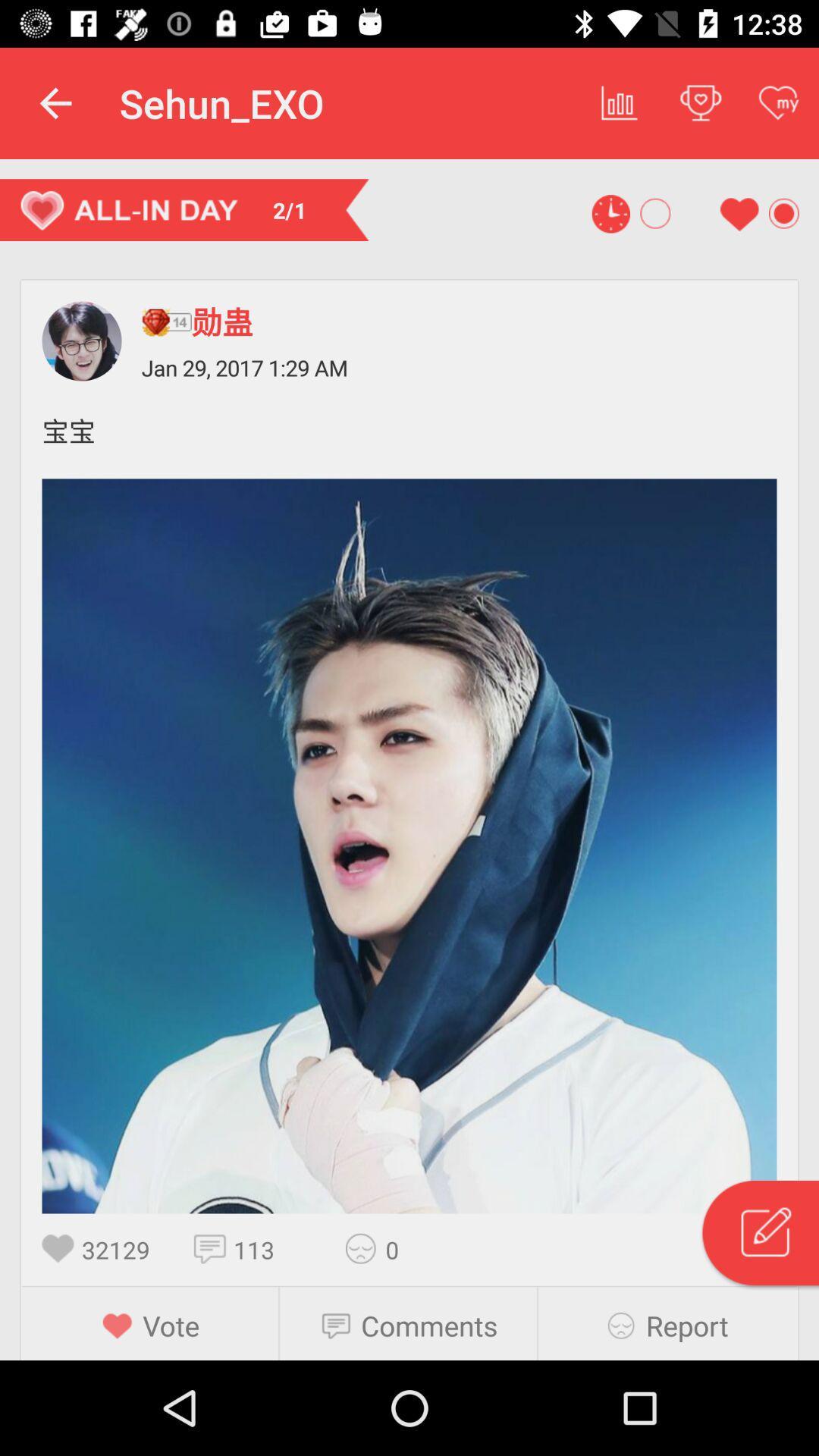 This screenshot has height=1456, width=819. What do you see at coordinates (166, 321) in the screenshot?
I see `the icon below 2/1` at bounding box center [166, 321].